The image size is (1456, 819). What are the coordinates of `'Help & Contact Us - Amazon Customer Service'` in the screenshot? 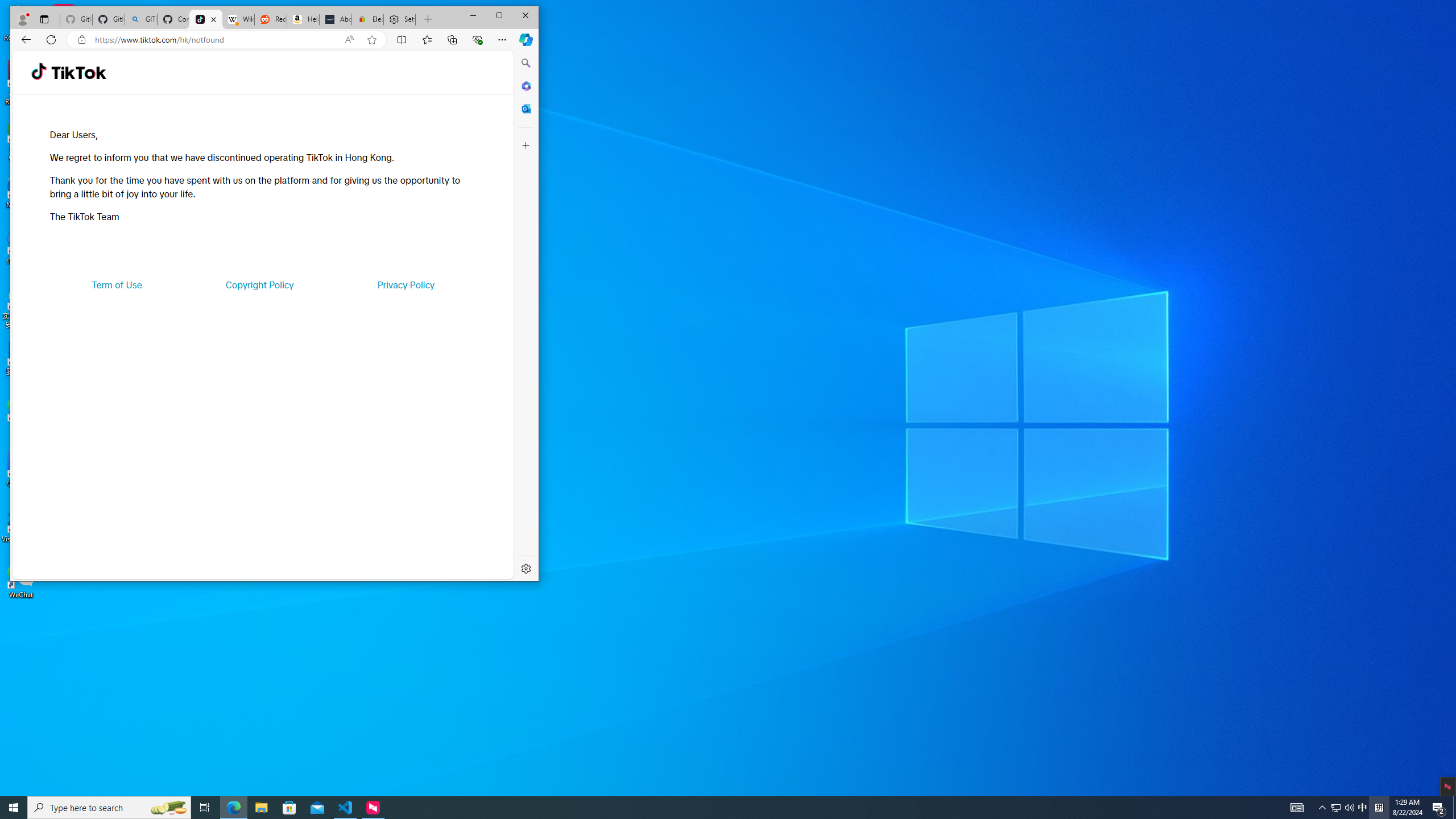 It's located at (303, 19).